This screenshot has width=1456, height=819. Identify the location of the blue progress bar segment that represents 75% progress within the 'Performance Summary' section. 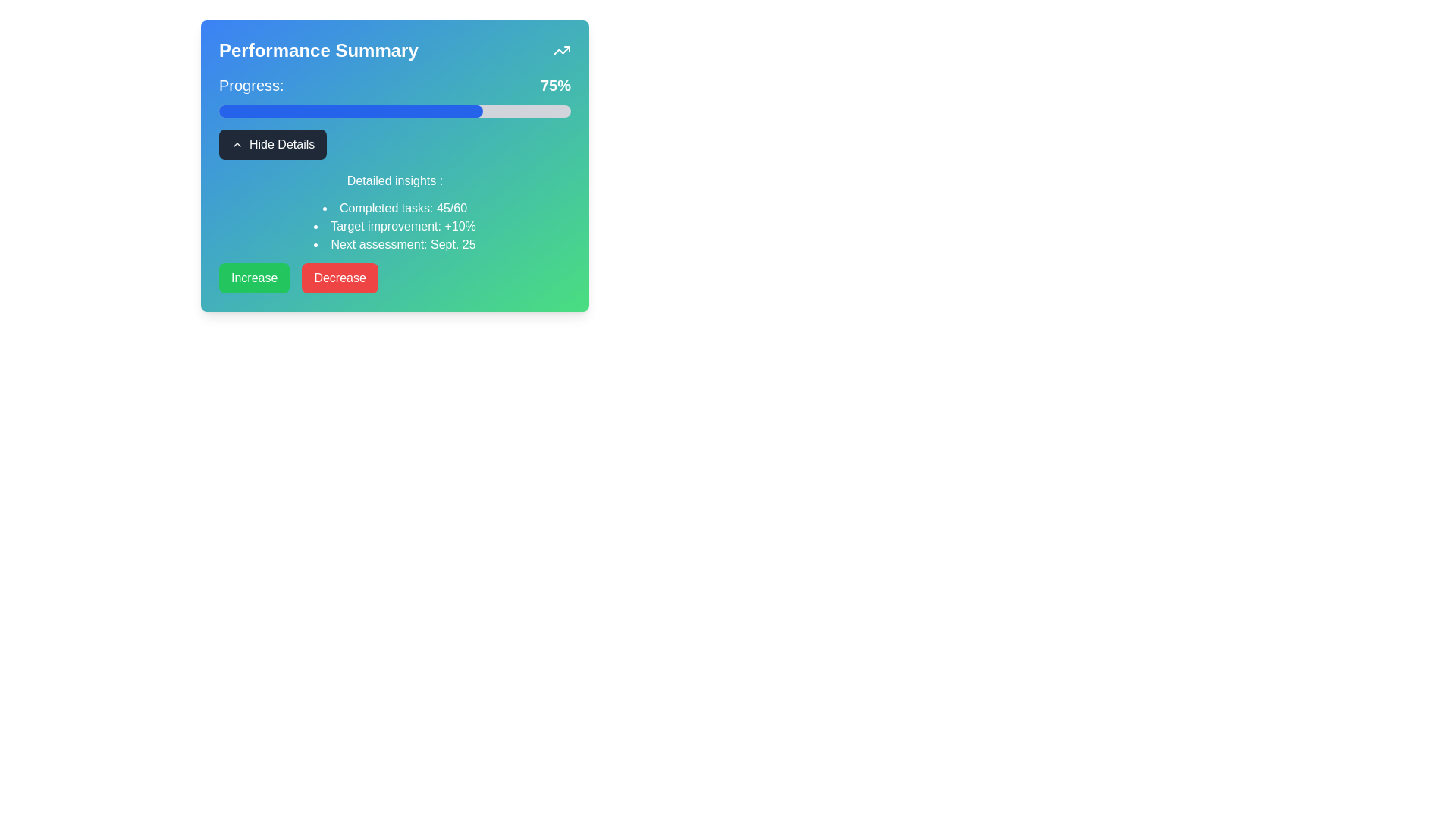
(350, 110).